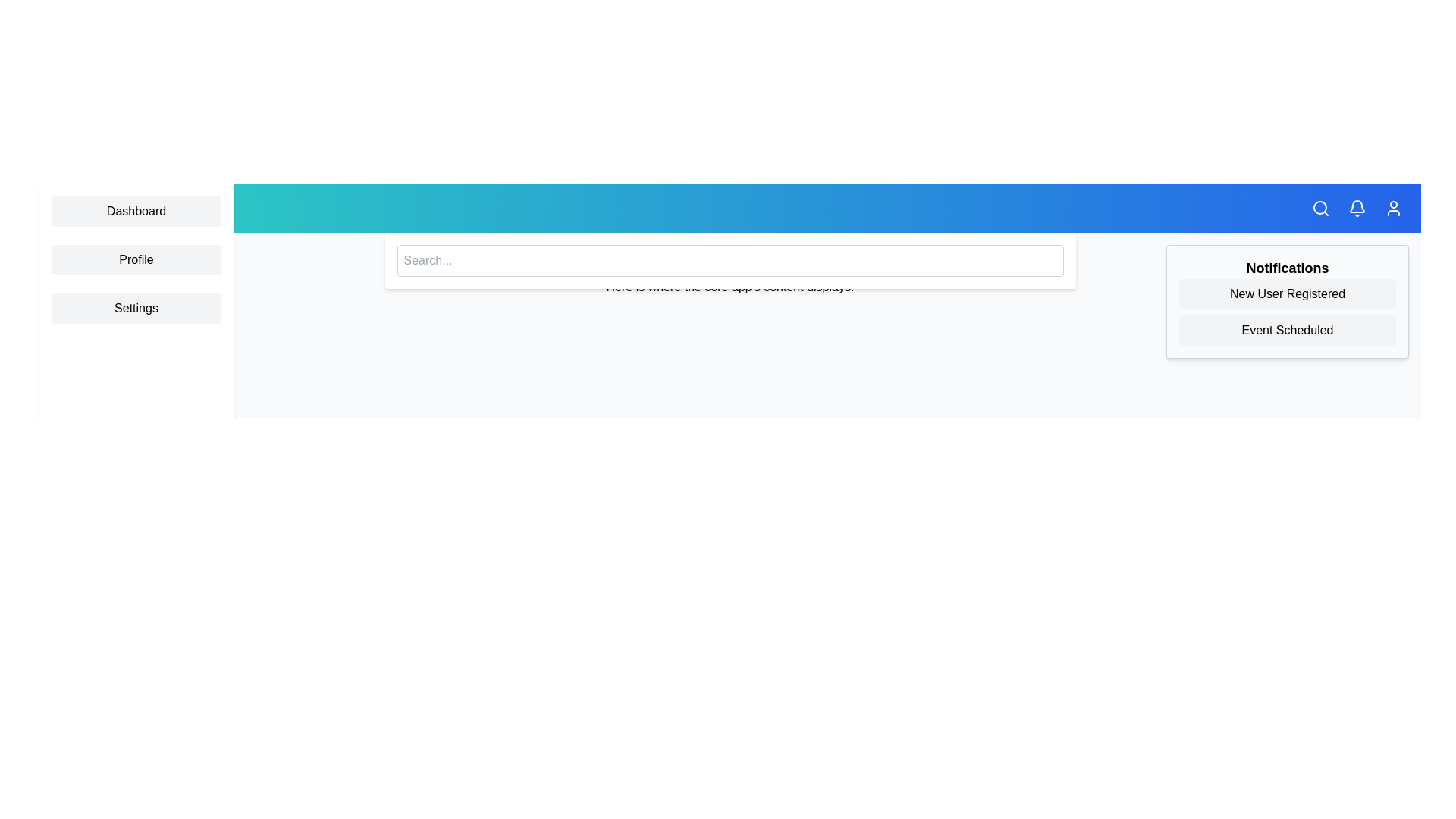 The width and height of the screenshot is (1456, 819). I want to click on the static text that reads 'Here is where the core app's content displays.' located under the bolded 'Content Area' heading, so click(730, 287).